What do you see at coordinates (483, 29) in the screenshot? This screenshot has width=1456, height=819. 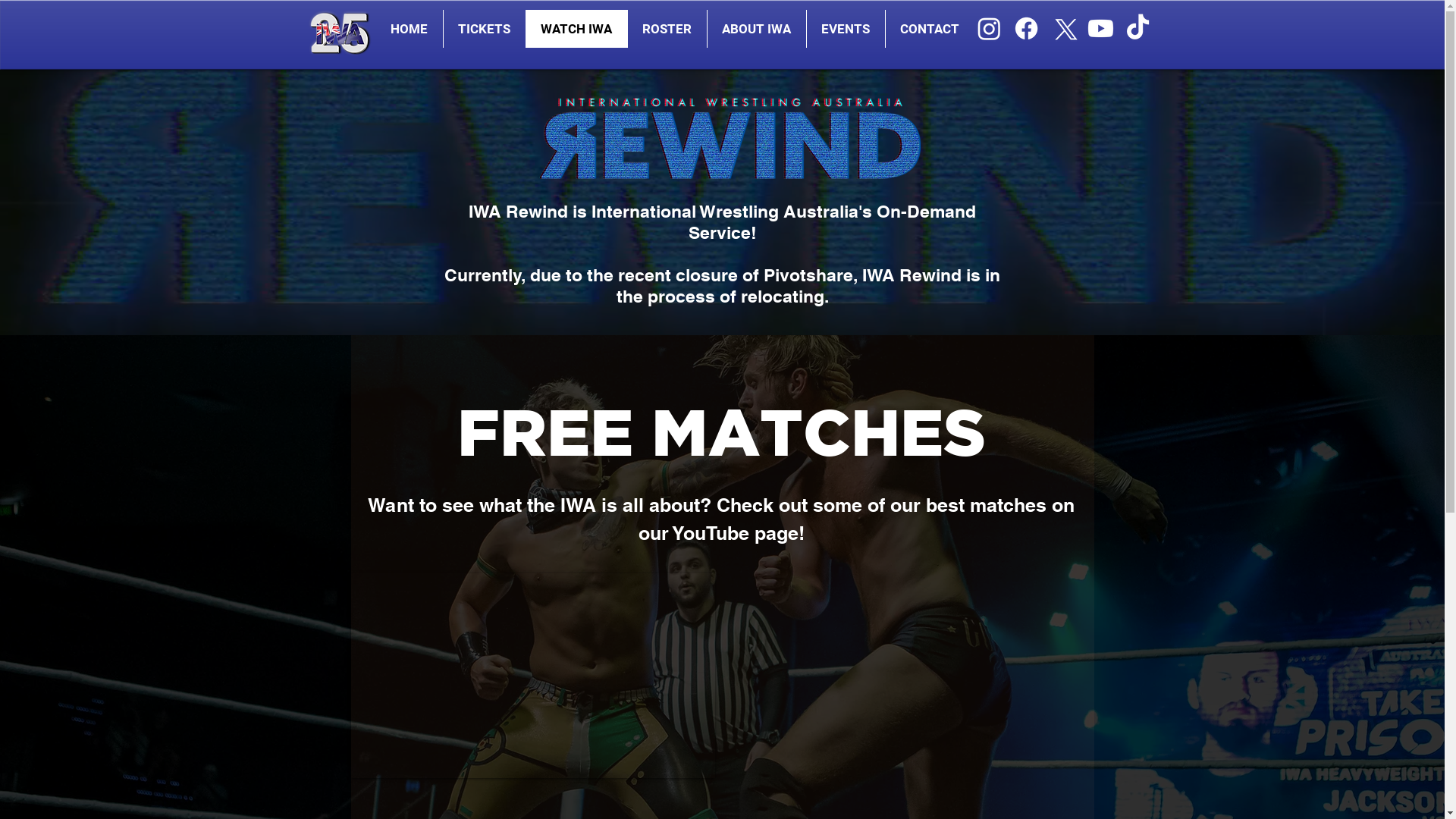 I see `'TICKETS'` at bounding box center [483, 29].